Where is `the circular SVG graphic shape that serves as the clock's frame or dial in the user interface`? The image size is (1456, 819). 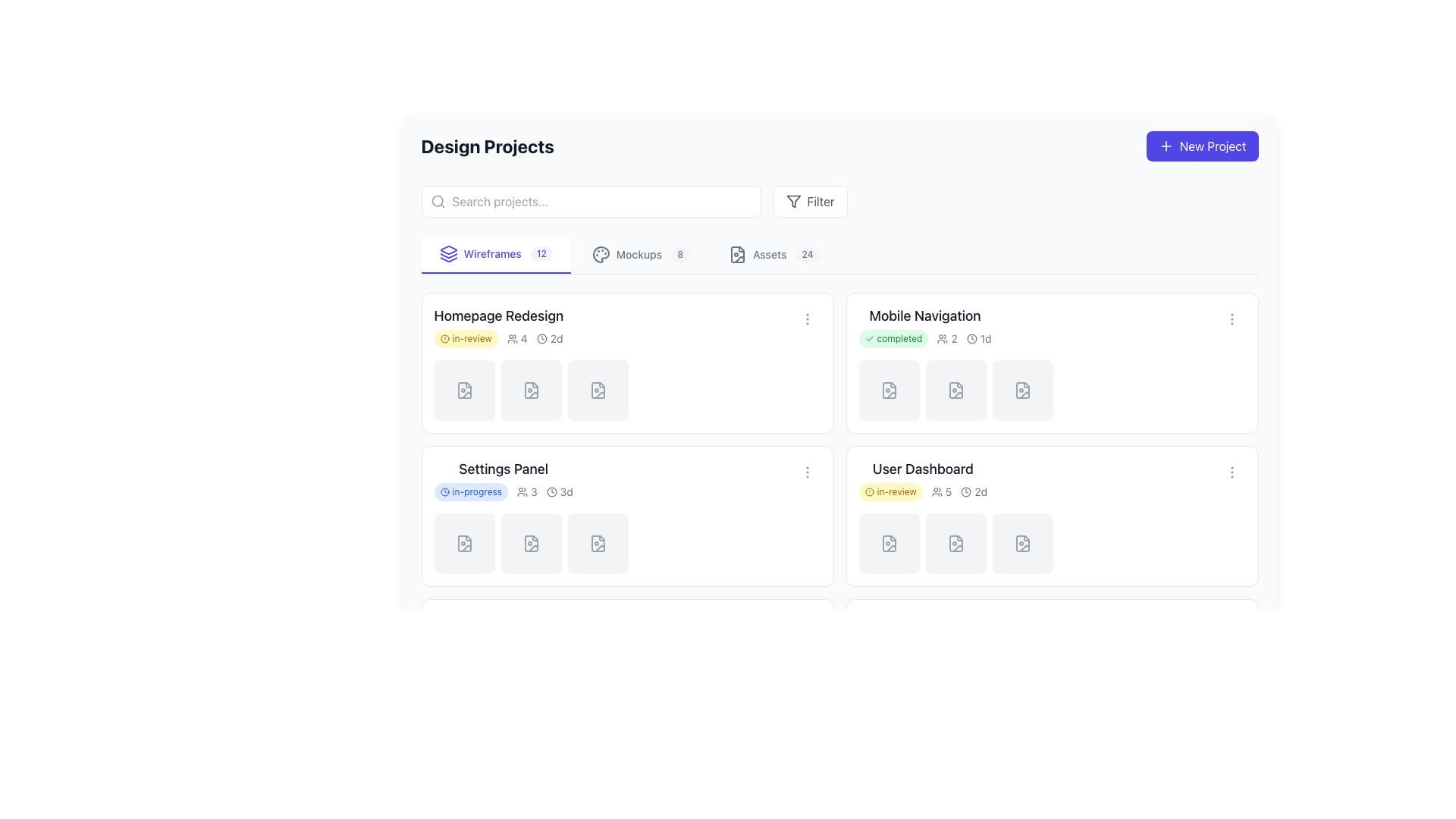
the circular SVG graphic shape that serves as the clock's frame or dial in the user interface is located at coordinates (541, 338).